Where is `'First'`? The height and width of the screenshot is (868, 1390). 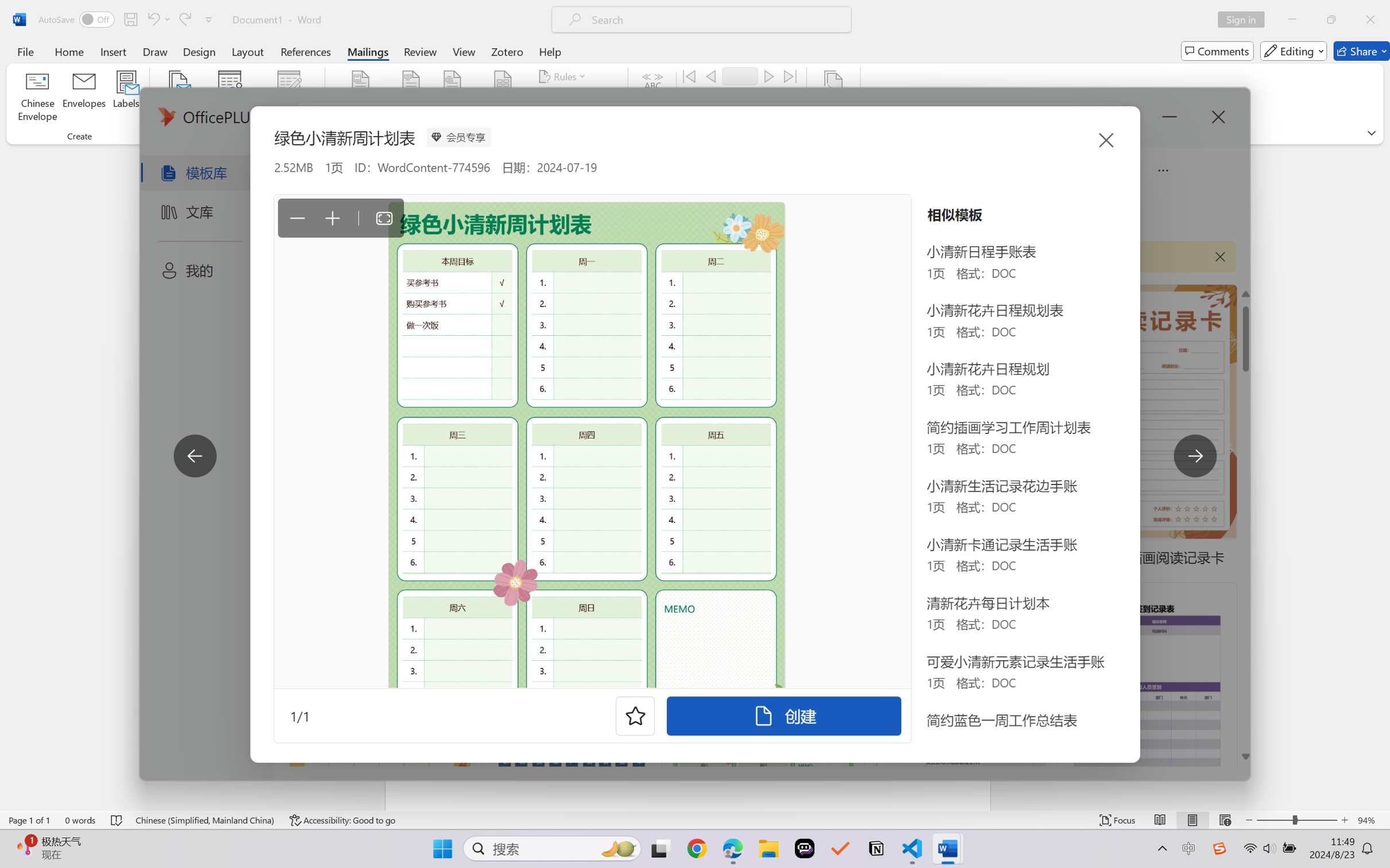
'First' is located at coordinates (689, 75).